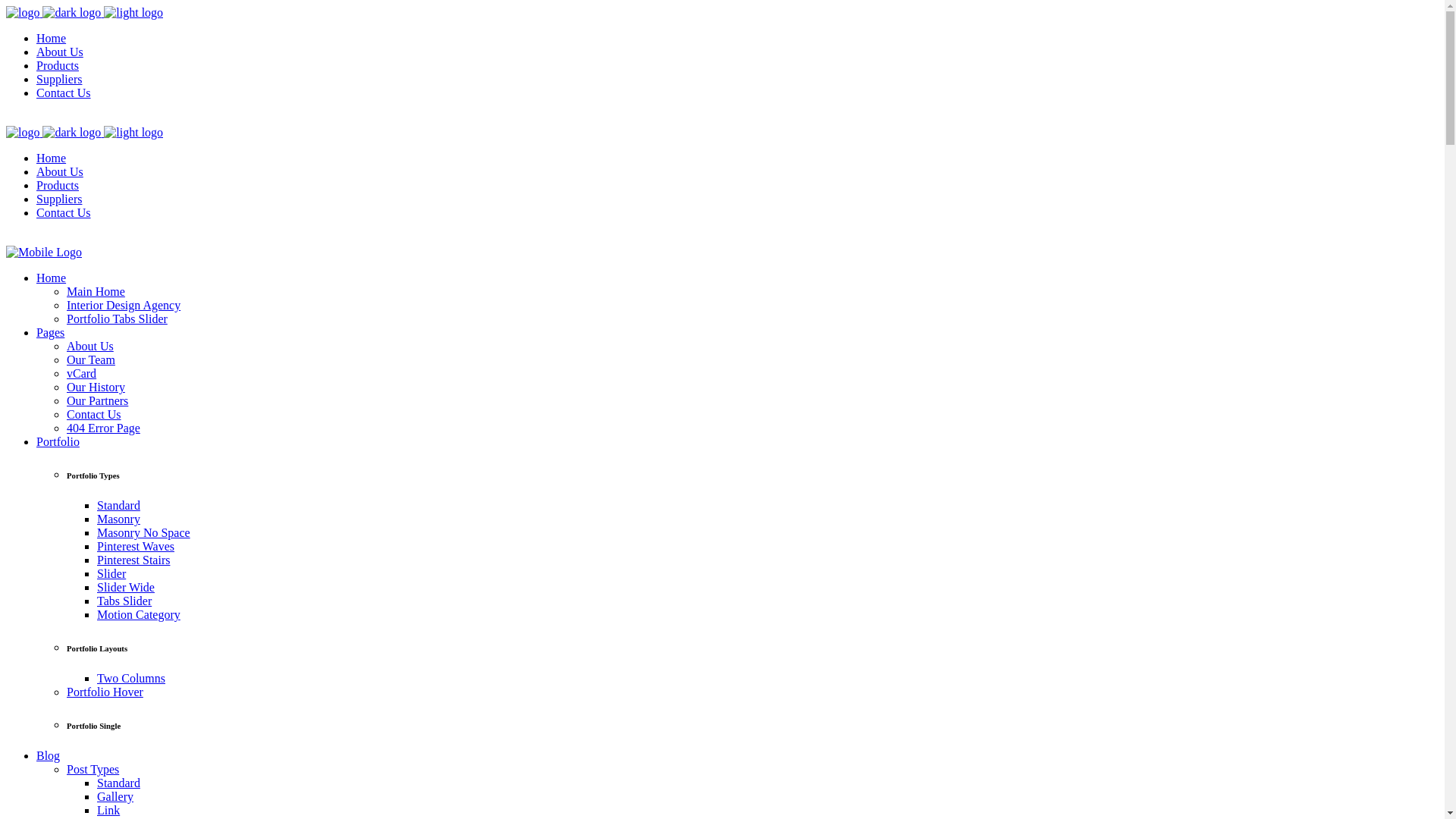 The image size is (1456, 819). Describe the element at coordinates (104, 692) in the screenshot. I see `'Portfolio Hover'` at that location.